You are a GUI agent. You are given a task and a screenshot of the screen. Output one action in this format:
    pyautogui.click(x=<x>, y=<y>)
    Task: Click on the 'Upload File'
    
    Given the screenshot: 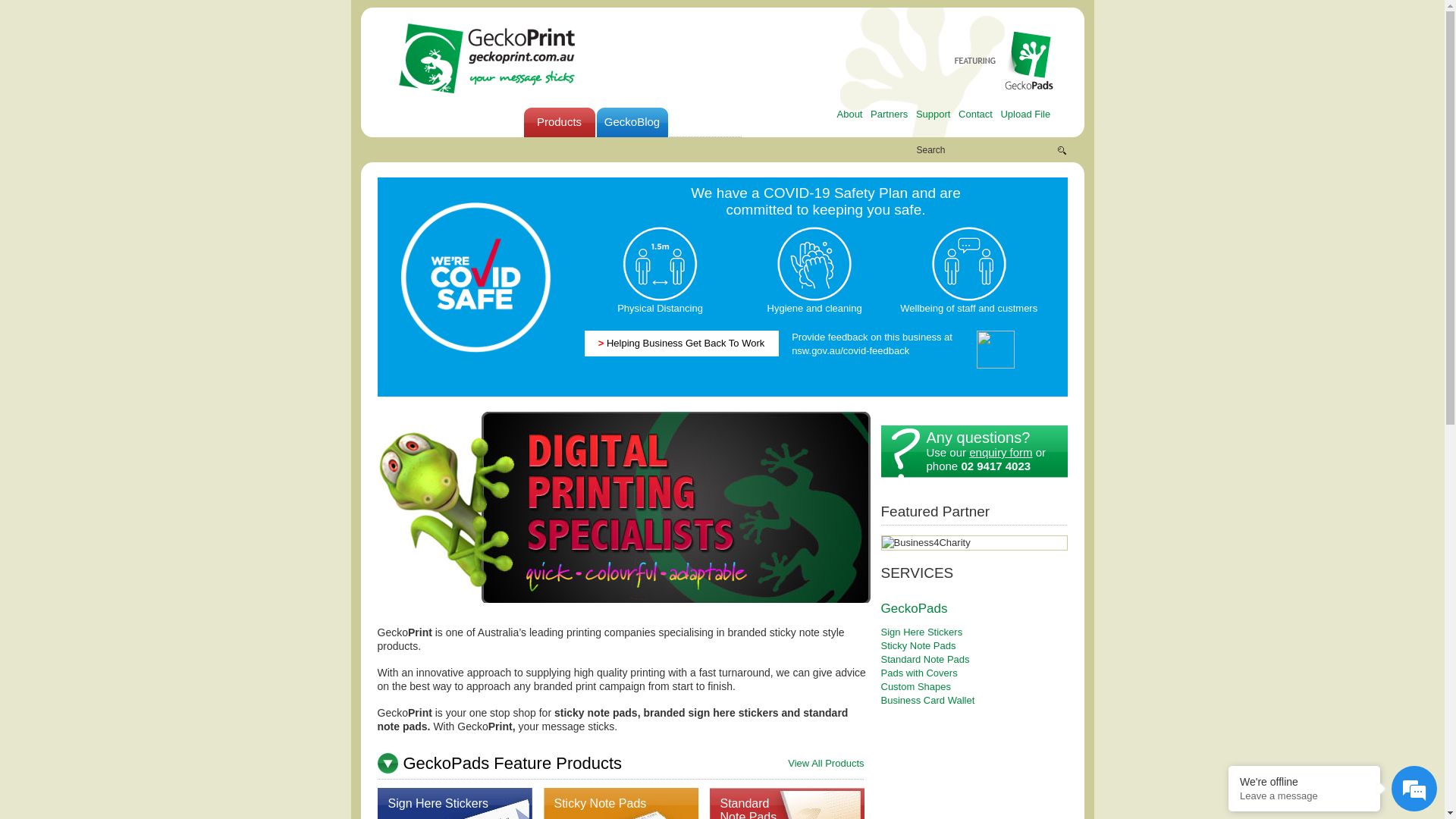 What is the action you would take?
    pyautogui.click(x=1000, y=113)
    